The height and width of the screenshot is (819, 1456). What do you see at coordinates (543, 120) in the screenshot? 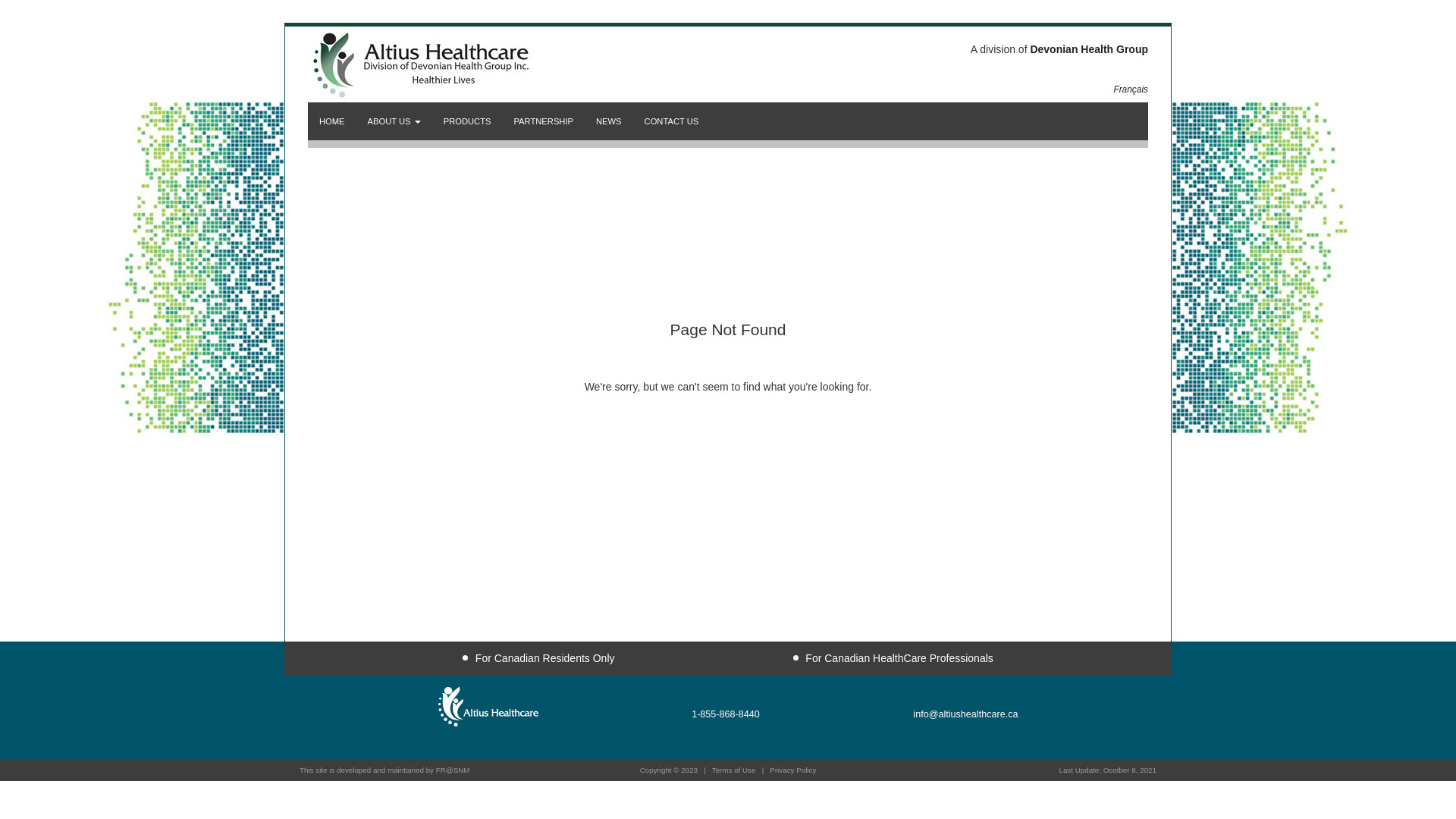
I see `'PARTNERSHIP'` at bounding box center [543, 120].